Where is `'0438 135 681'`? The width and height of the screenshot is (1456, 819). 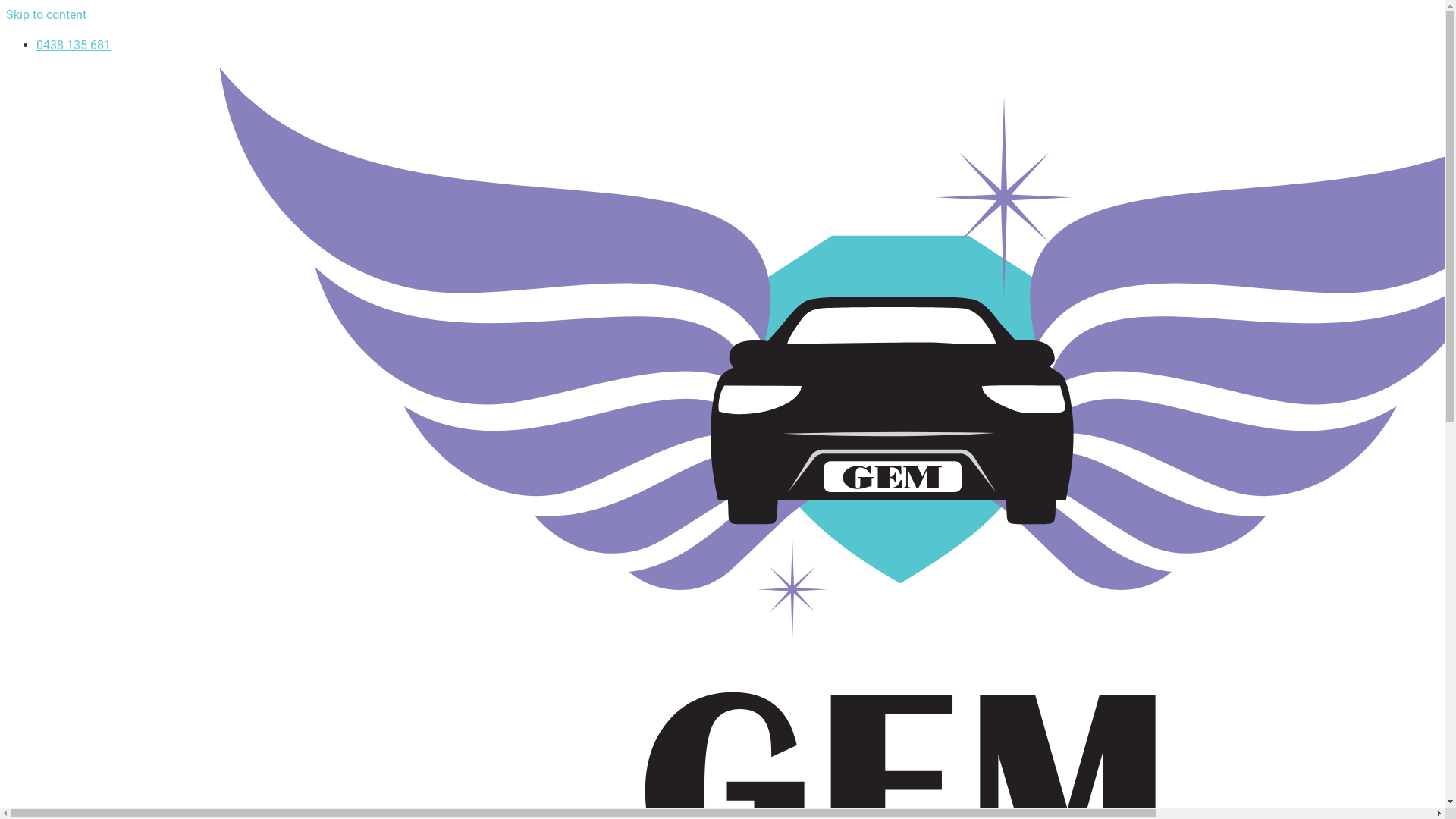 '0438 135 681' is located at coordinates (36, 44).